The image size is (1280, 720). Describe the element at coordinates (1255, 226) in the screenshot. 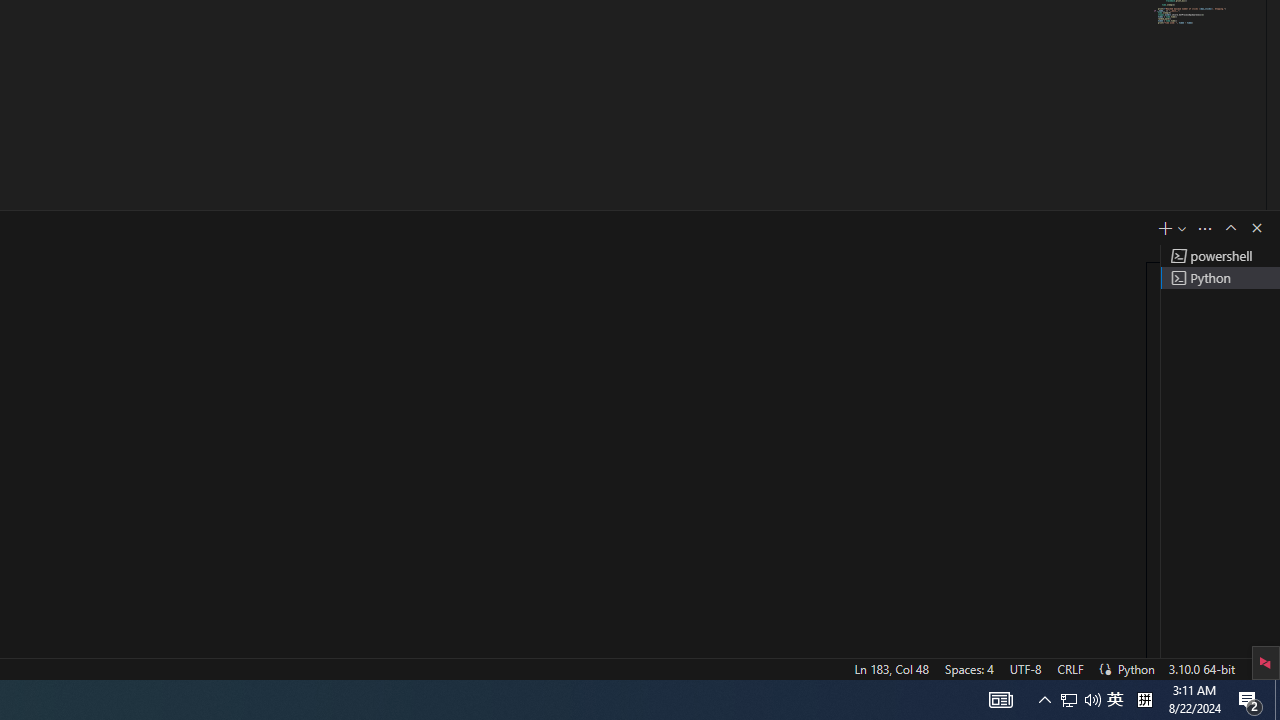

I see `'Hide Panel'` at that location.